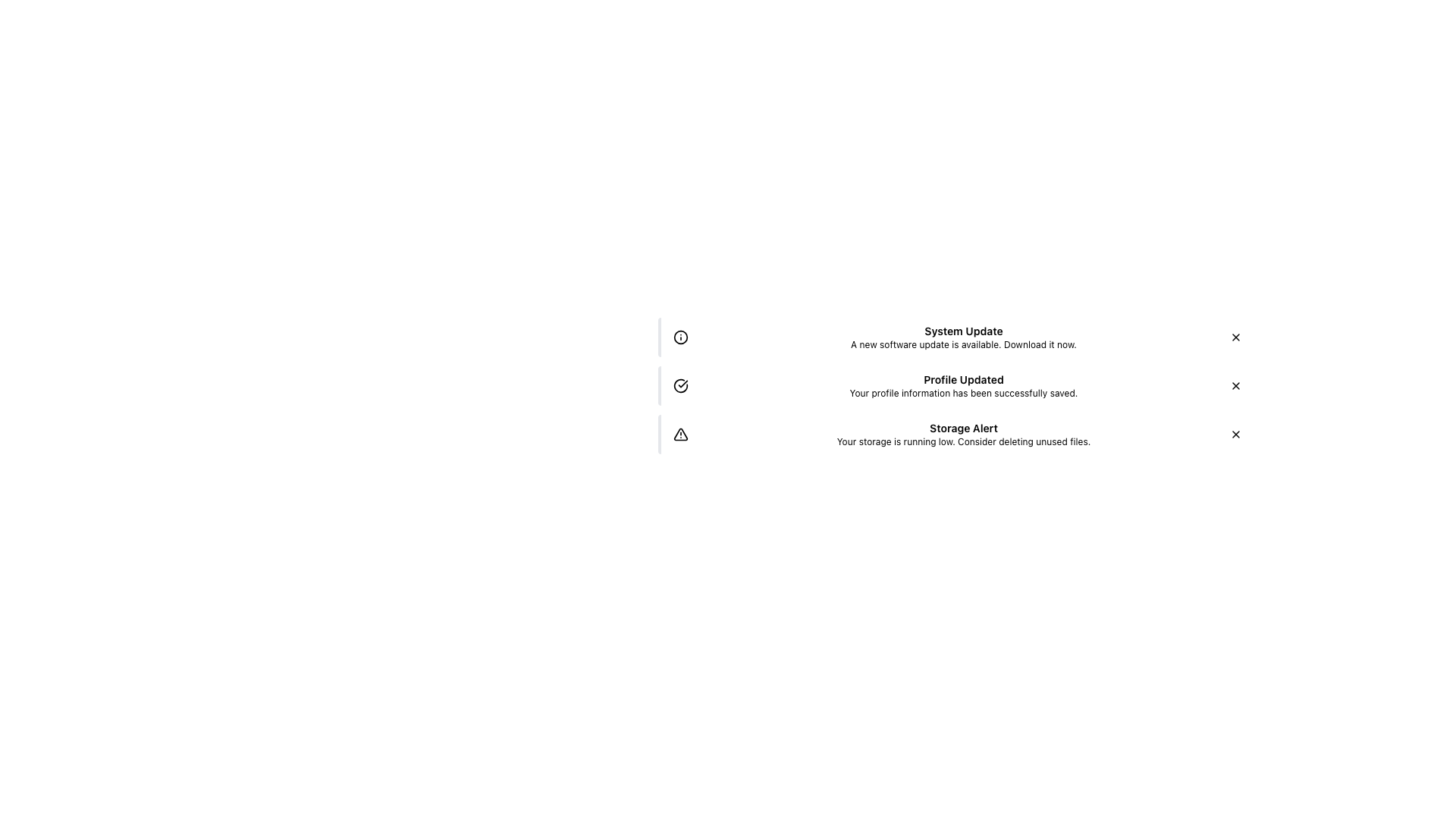 The height and width of the screenshot is (819, 1456). What do you see at coordinates (679, 336) in the screenshot?
I see `the icon representing the 'System Update' alert located to the left of the 'System Update' text block` at bounding box center [679, 336].